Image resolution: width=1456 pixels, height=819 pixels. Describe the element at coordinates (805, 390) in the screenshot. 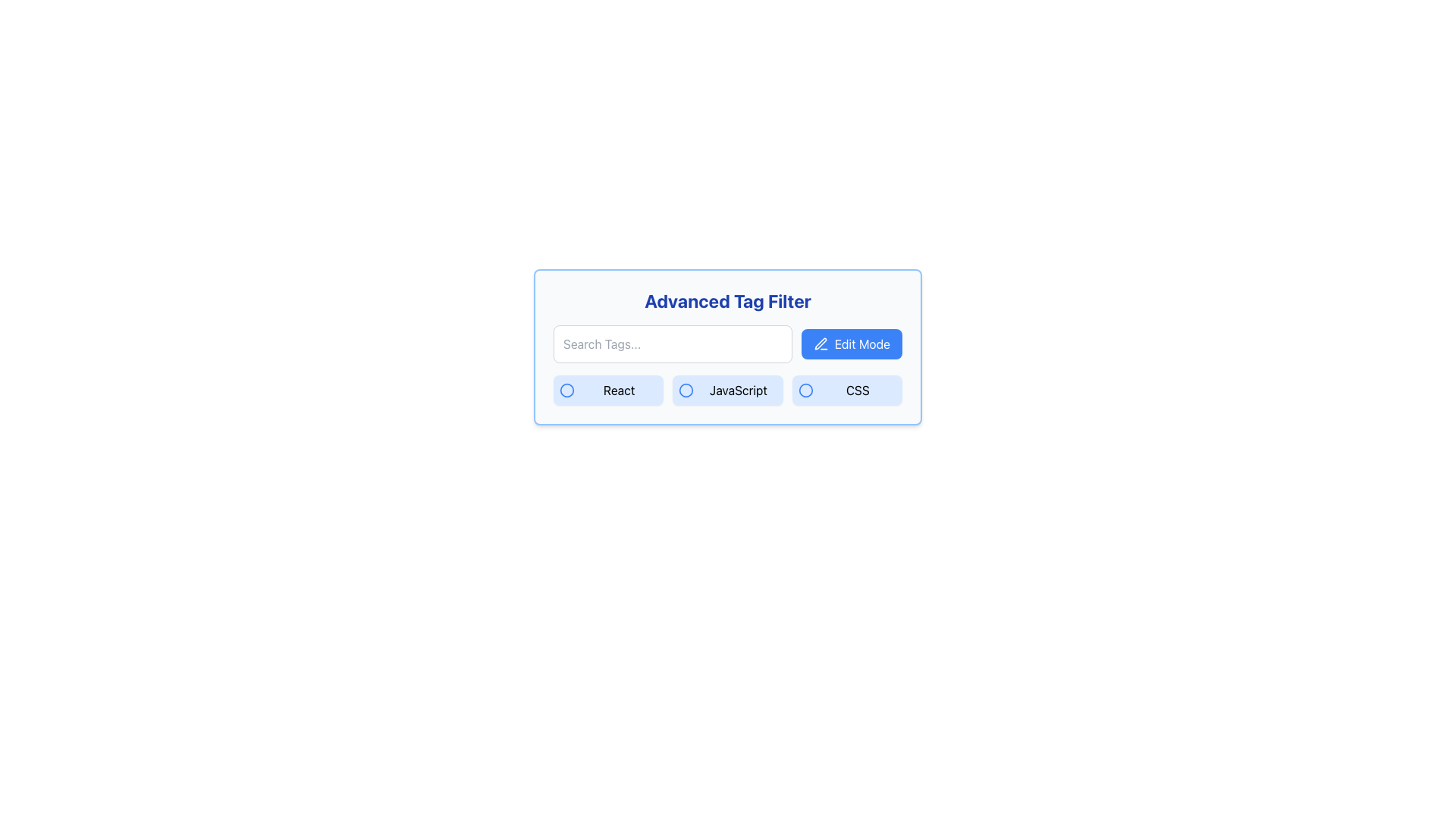

I see `the filled circular SVG element located at the center of the 'Advanced Tag Filter' dialog, which is part of a decorative or functional group of icons` at that location.